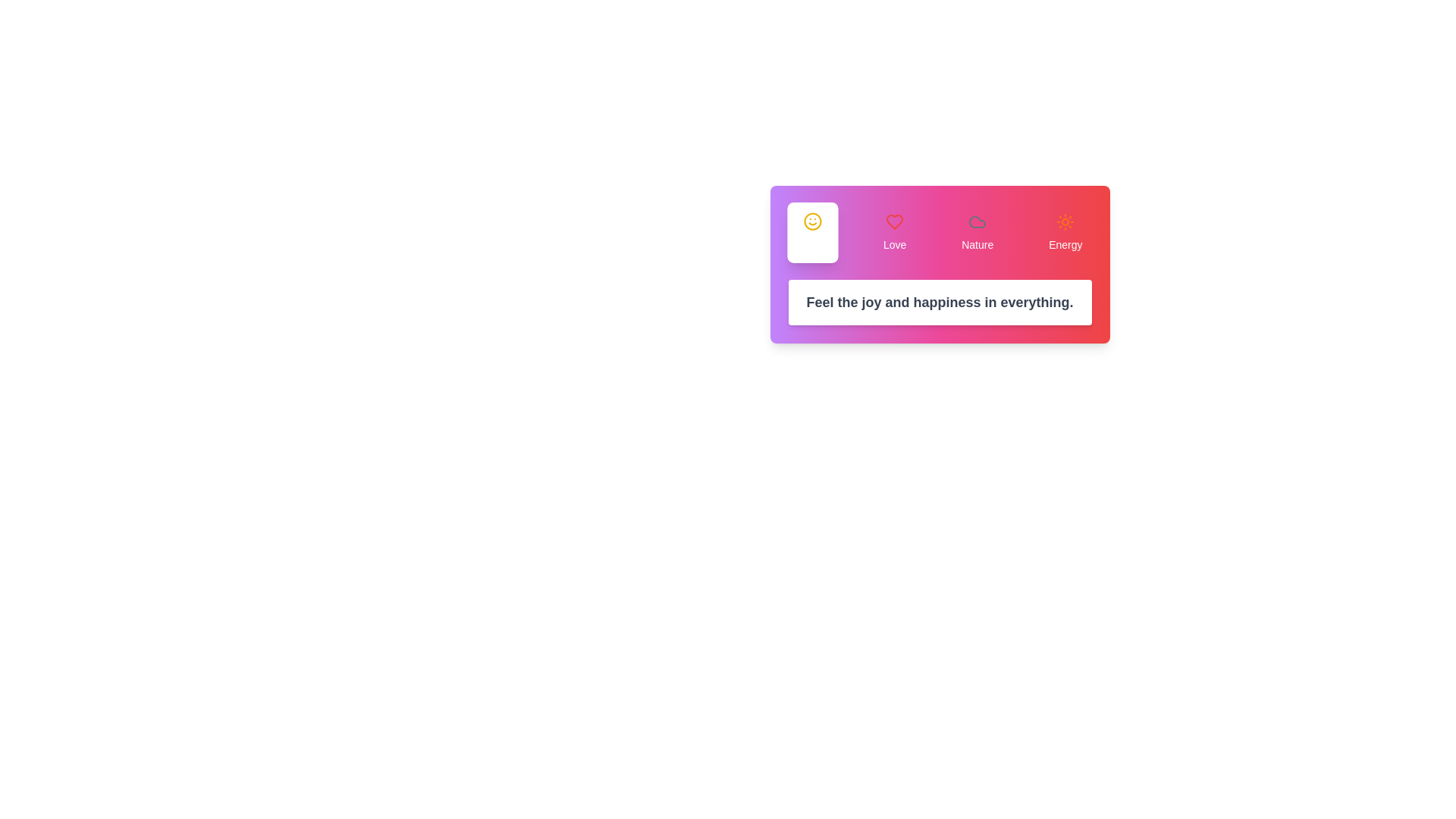 This screenshot has width=1456, height=819. I want to click on the Happy tab by clicking on it, so click(811, 233).